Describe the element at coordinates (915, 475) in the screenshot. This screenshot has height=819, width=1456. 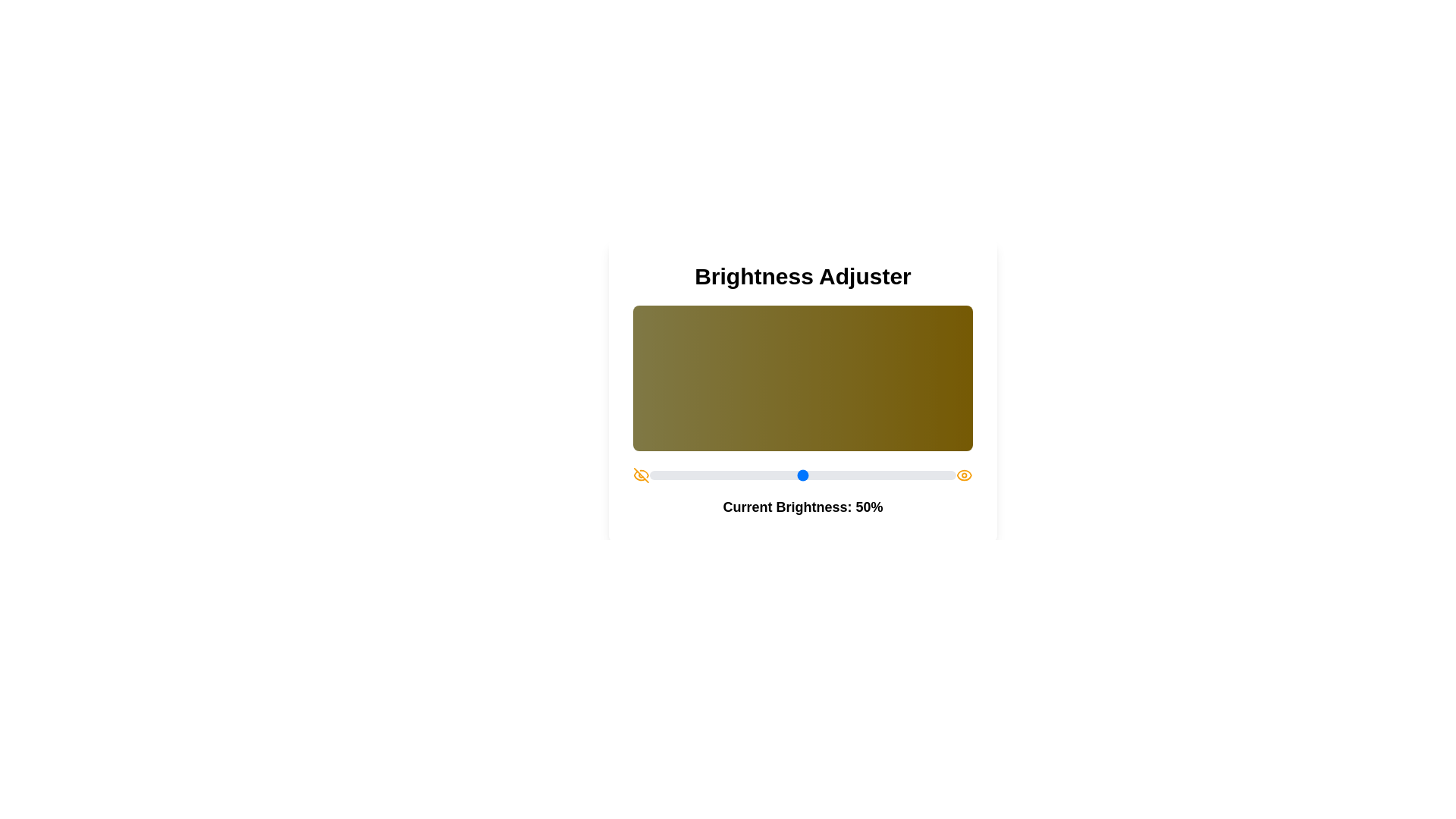
I see `the brightness slider to 87%` at that location.